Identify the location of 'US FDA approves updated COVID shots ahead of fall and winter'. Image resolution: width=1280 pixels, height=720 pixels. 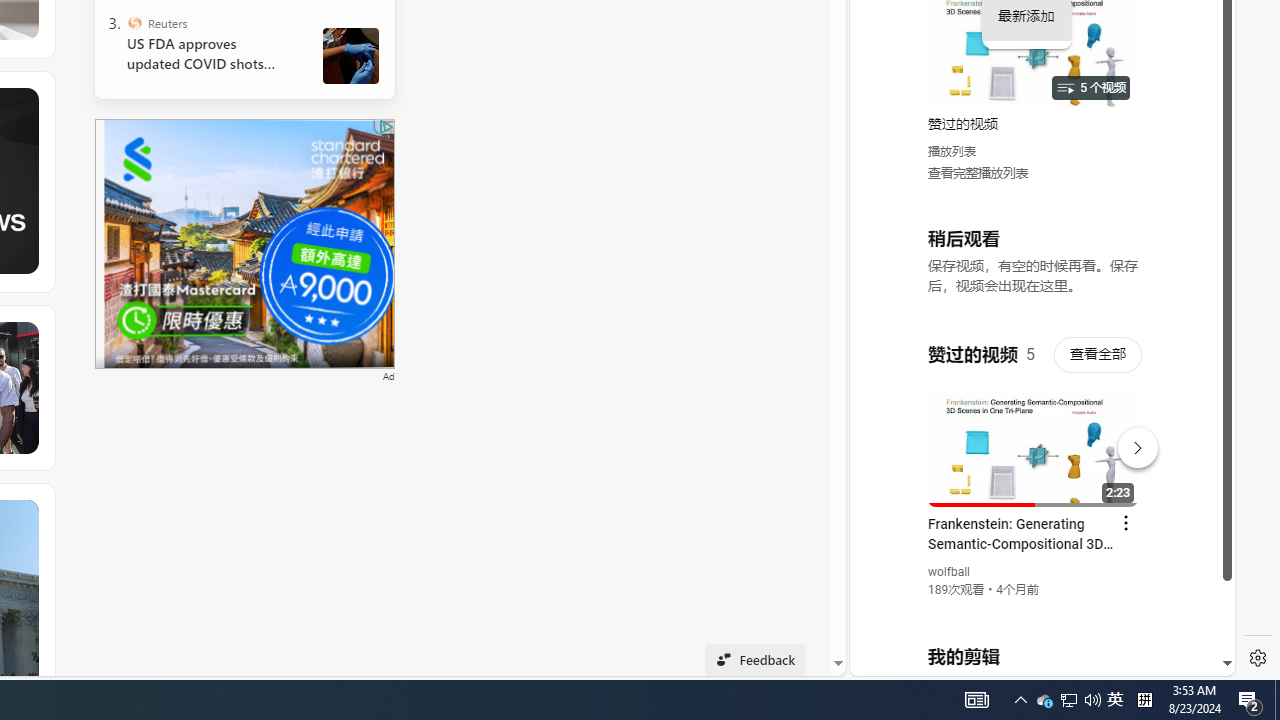
(209, 53).